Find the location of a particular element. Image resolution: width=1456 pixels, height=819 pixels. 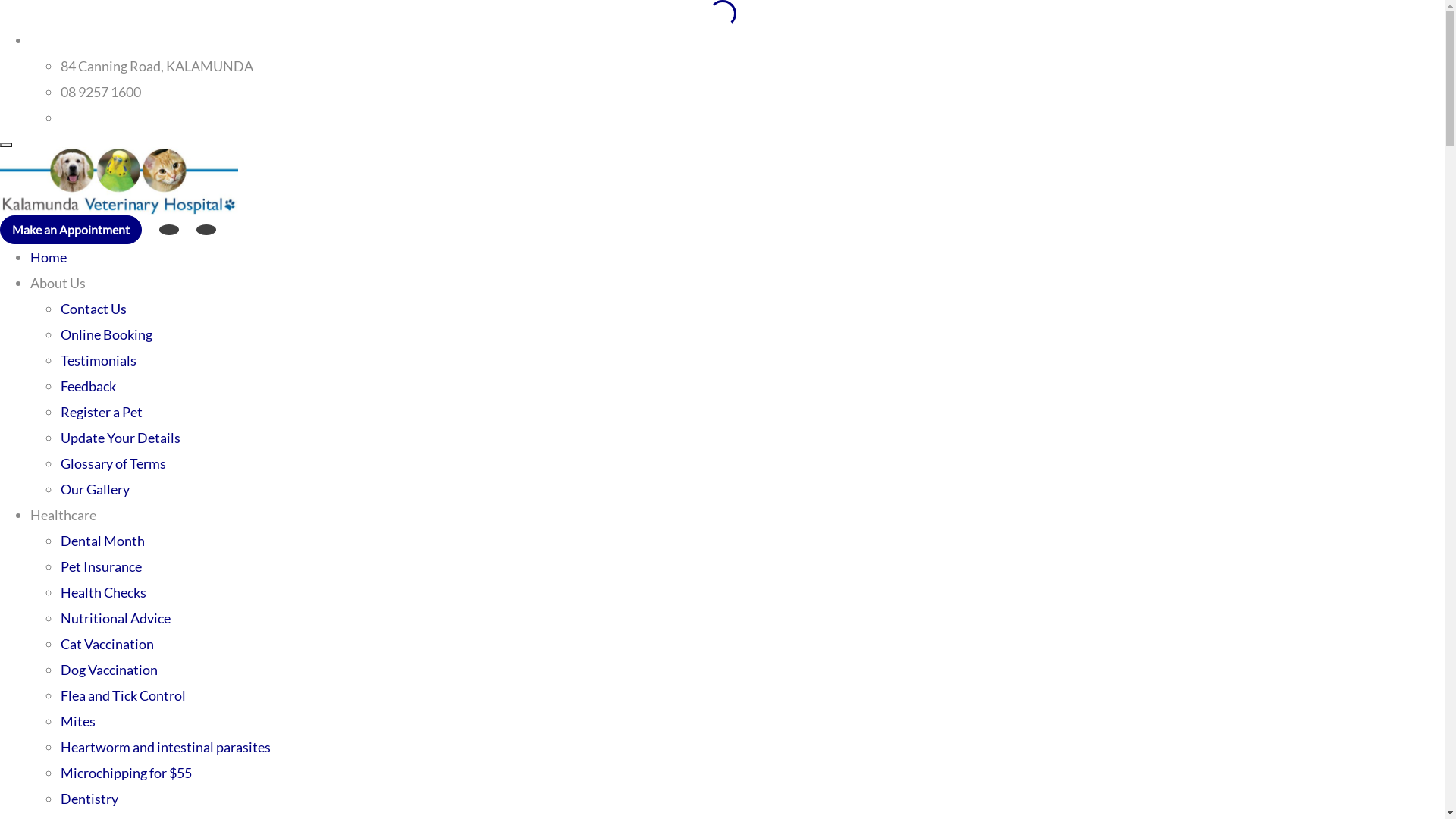

'Online Booking' is located at coordinates (105, 333).